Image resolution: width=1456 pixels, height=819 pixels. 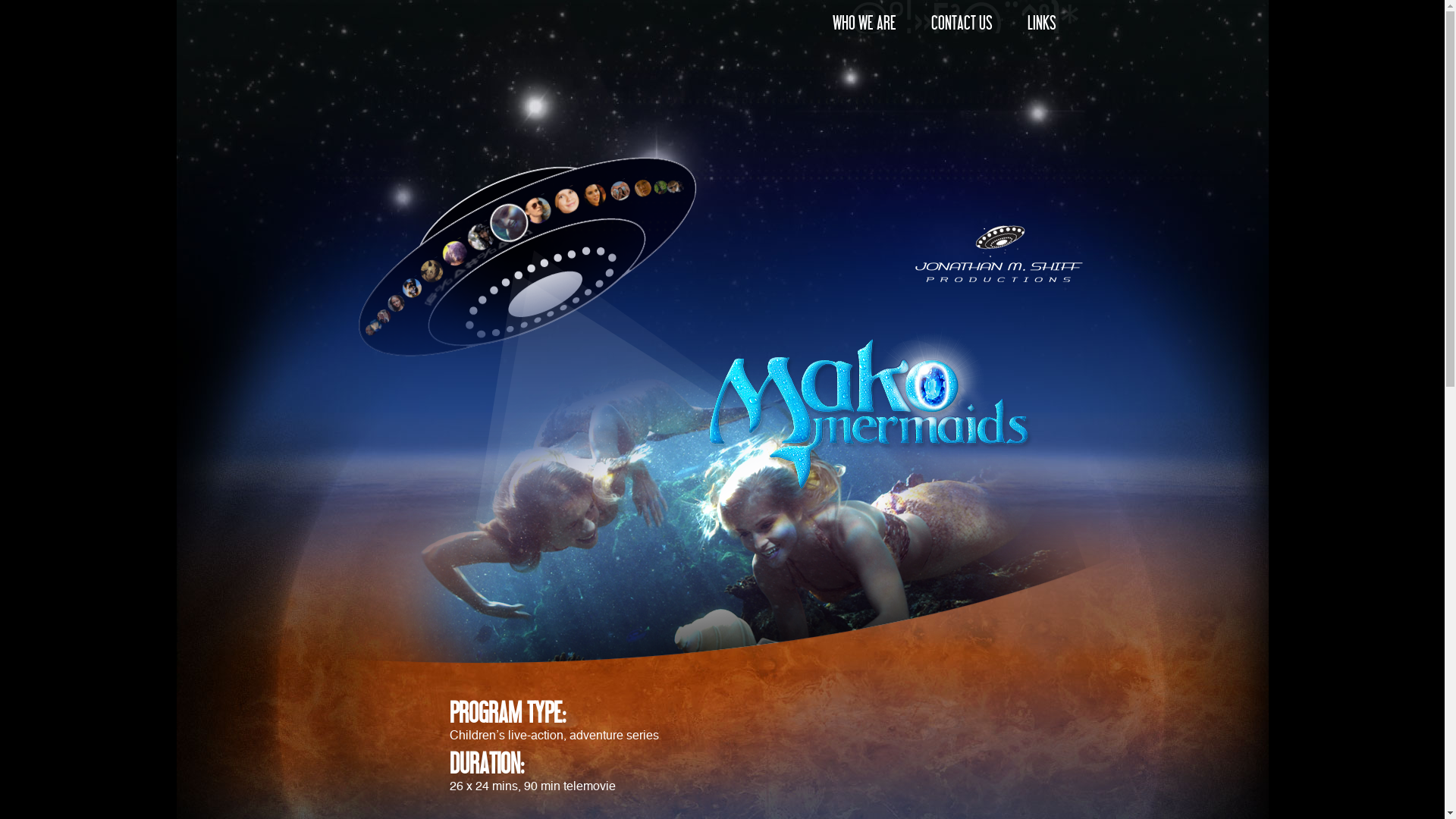 I want to click on 'MakoMermaids', so click(x=502, y=220).